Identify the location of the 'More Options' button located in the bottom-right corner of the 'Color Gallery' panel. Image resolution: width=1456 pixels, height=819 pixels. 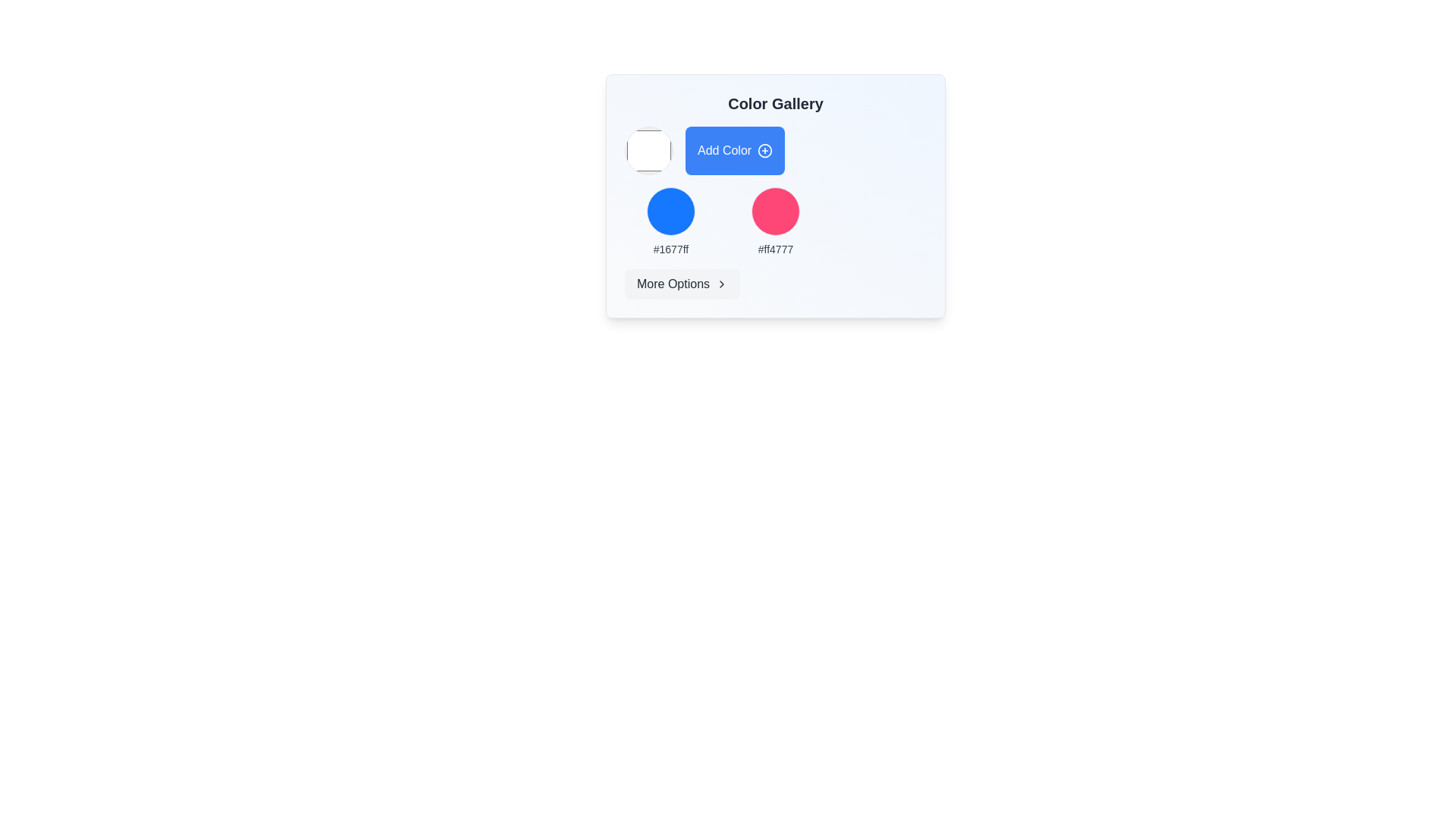
(682, 284).